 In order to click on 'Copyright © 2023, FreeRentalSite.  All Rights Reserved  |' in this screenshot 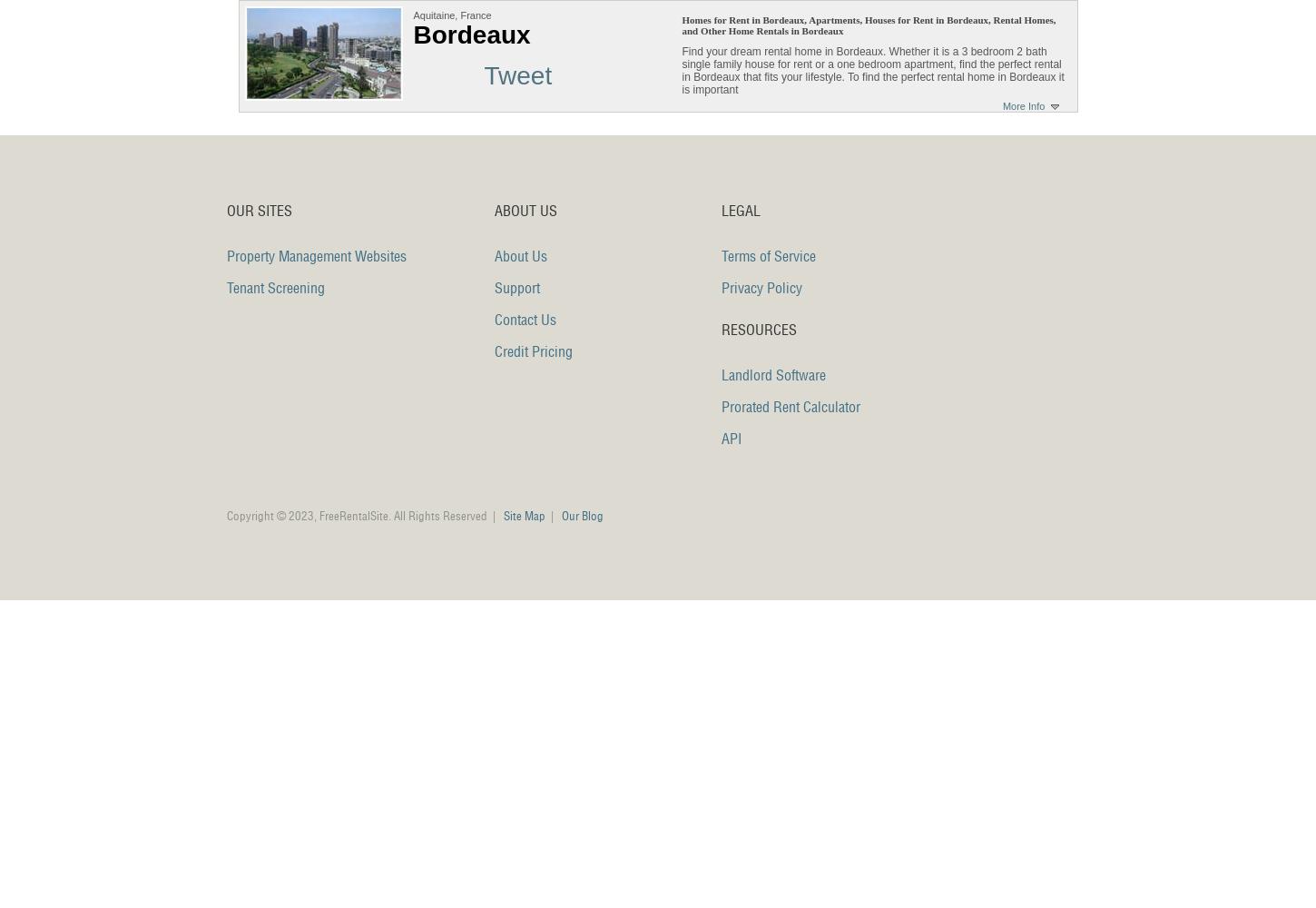, I will do `click(364, 515)`.